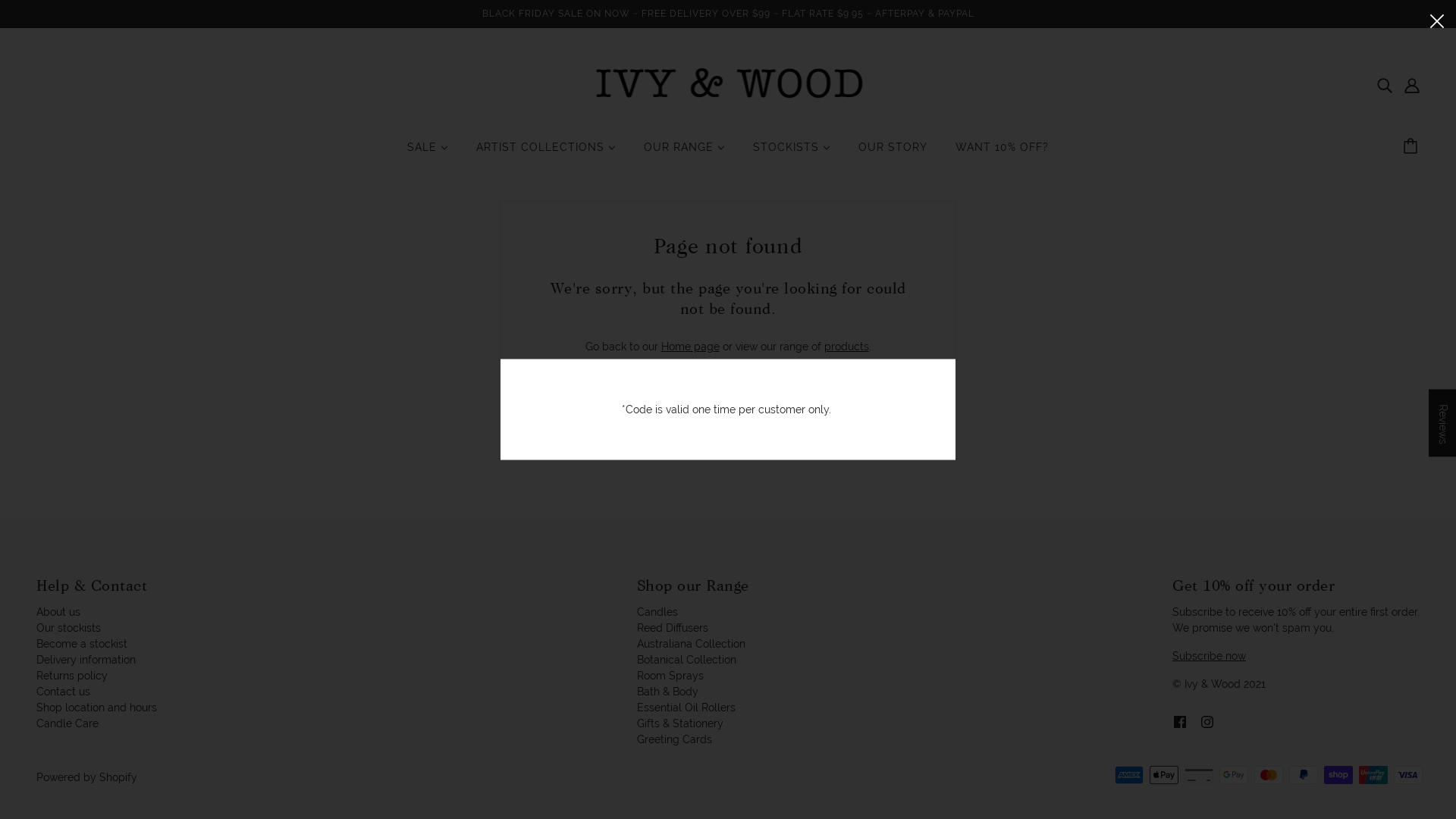 The width and height of the screenshot is (1456, 819). What do you see at coordinates (672, 628) in the screenshot?
I see `'Reed Diffusers'` at bounding box center [672, 628].